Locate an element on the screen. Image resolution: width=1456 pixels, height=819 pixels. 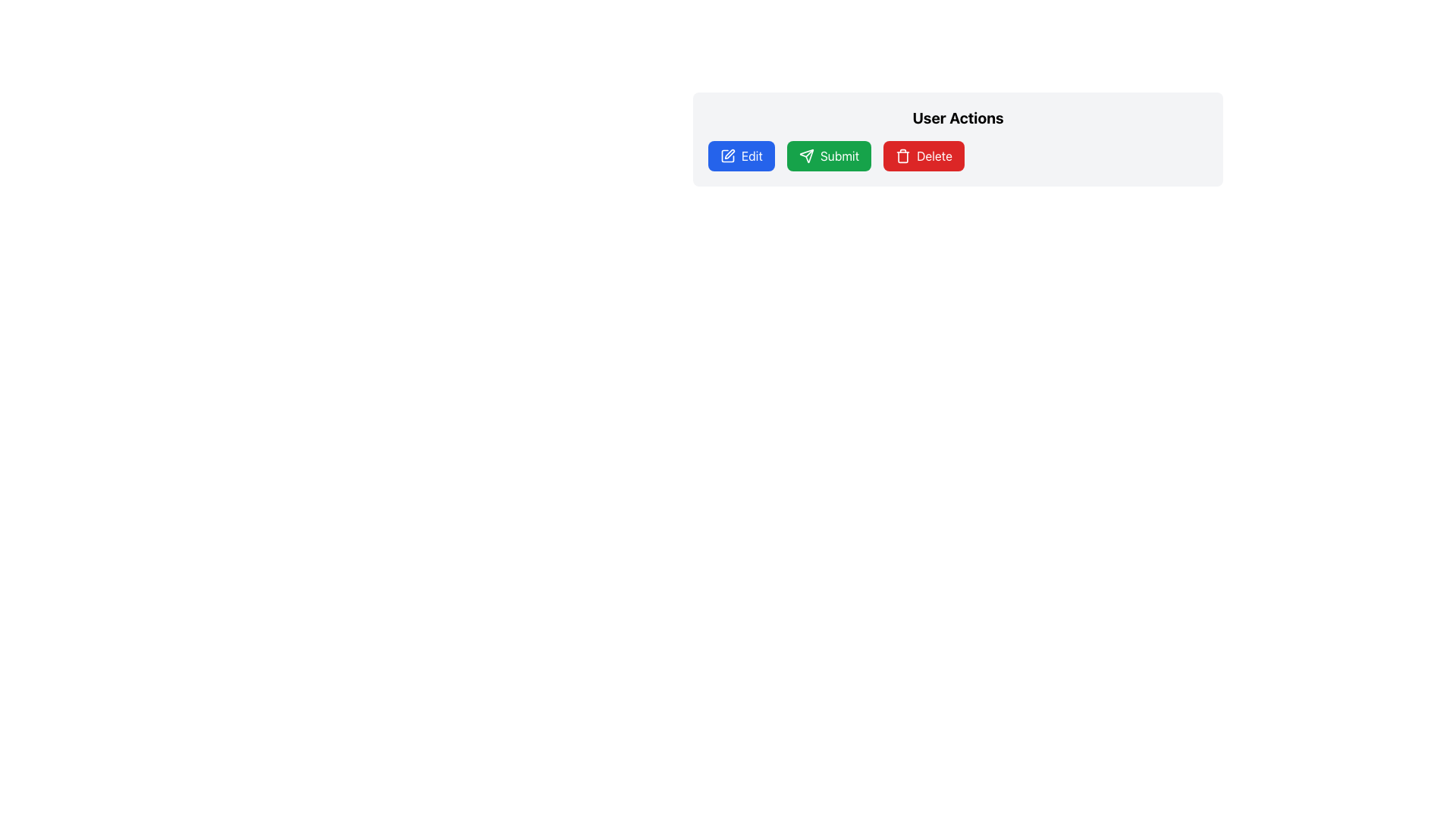
the delete button located to the right of the green 'Submit' button is located at coordinates (923, 155).